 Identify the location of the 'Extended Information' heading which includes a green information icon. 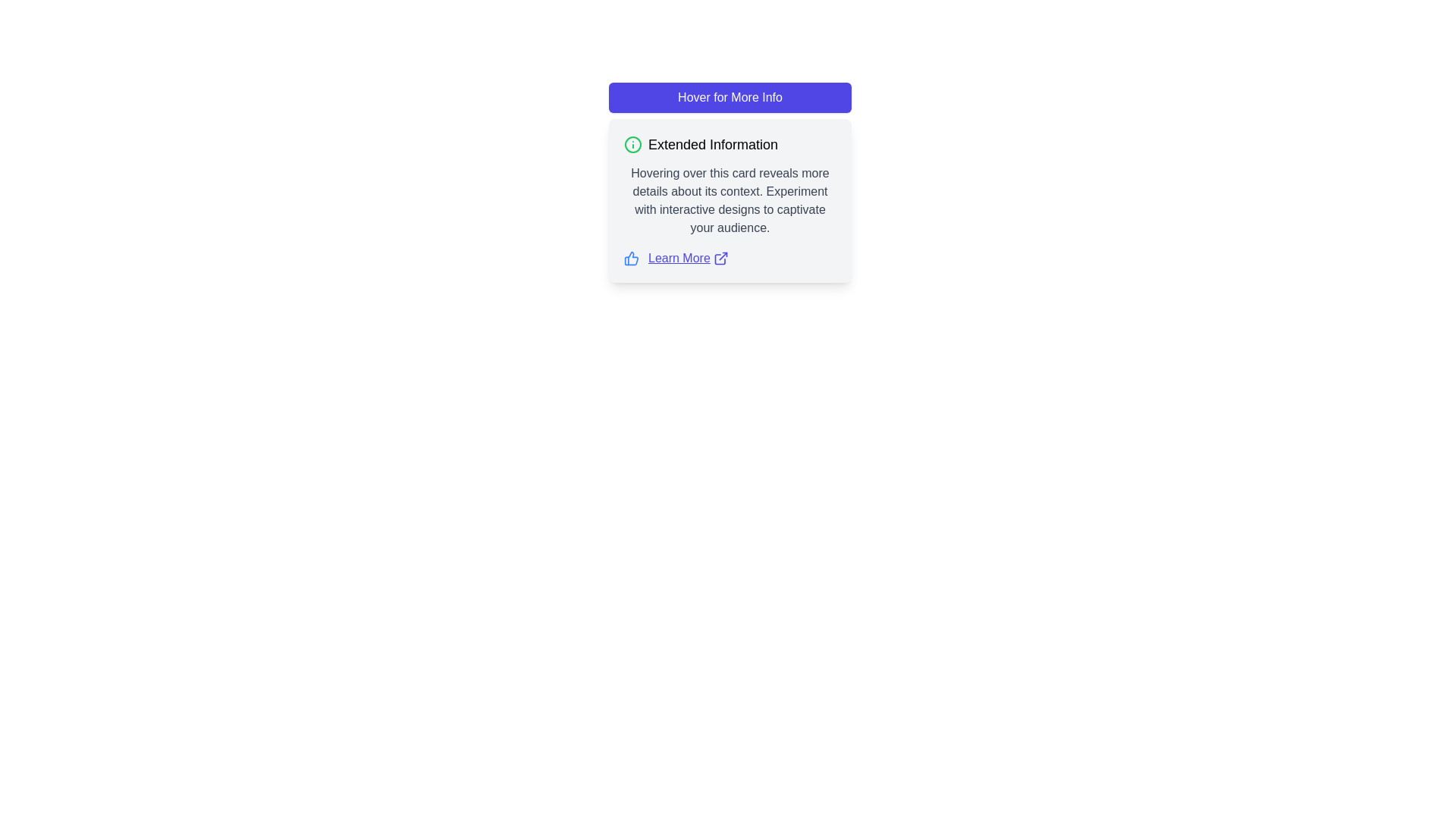
(730, 145).